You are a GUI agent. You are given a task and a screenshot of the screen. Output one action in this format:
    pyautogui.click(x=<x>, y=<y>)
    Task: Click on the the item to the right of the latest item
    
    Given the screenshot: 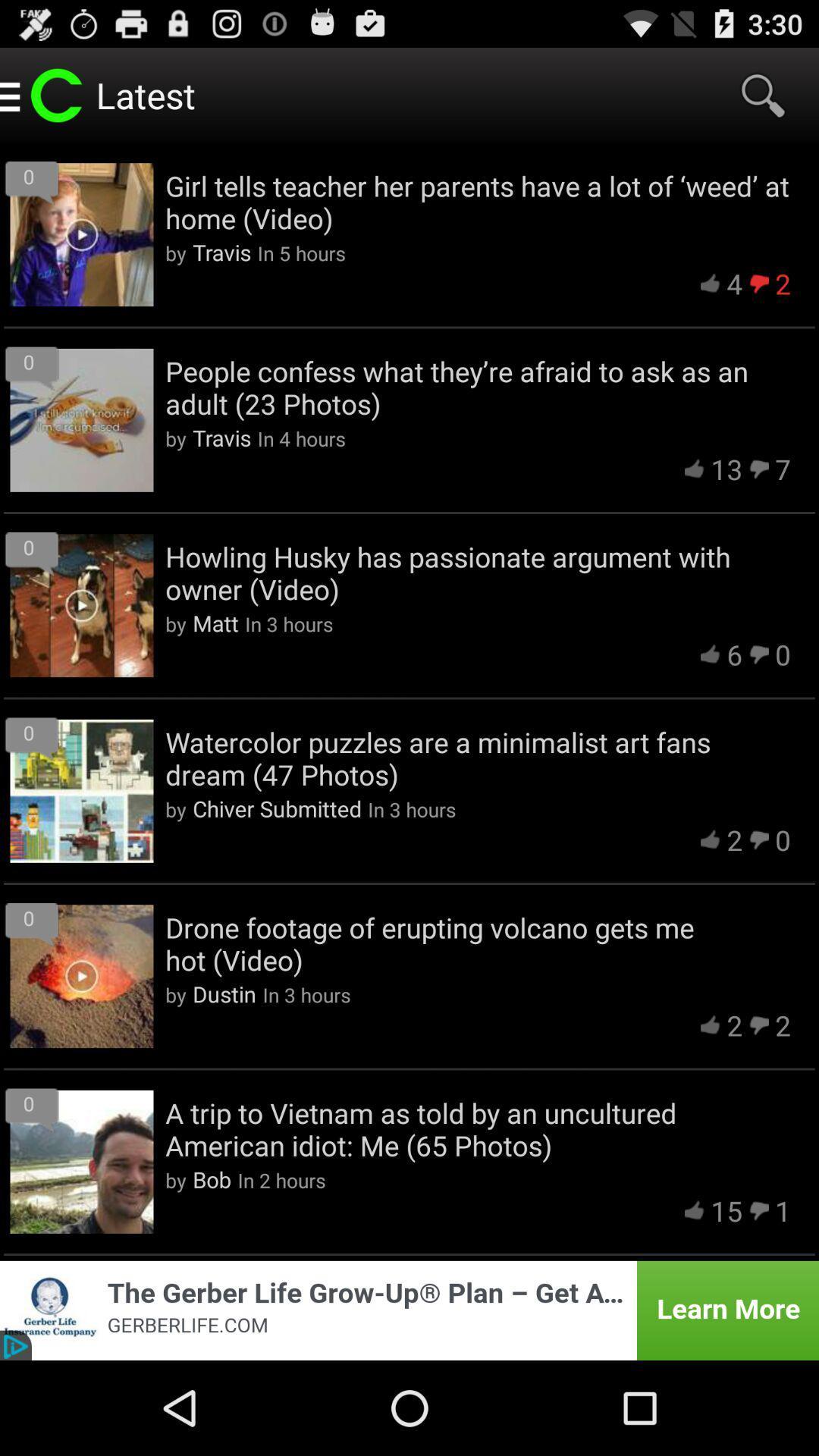 What is the action you would take?
    pyautogui.click(x=763, y=94)
    